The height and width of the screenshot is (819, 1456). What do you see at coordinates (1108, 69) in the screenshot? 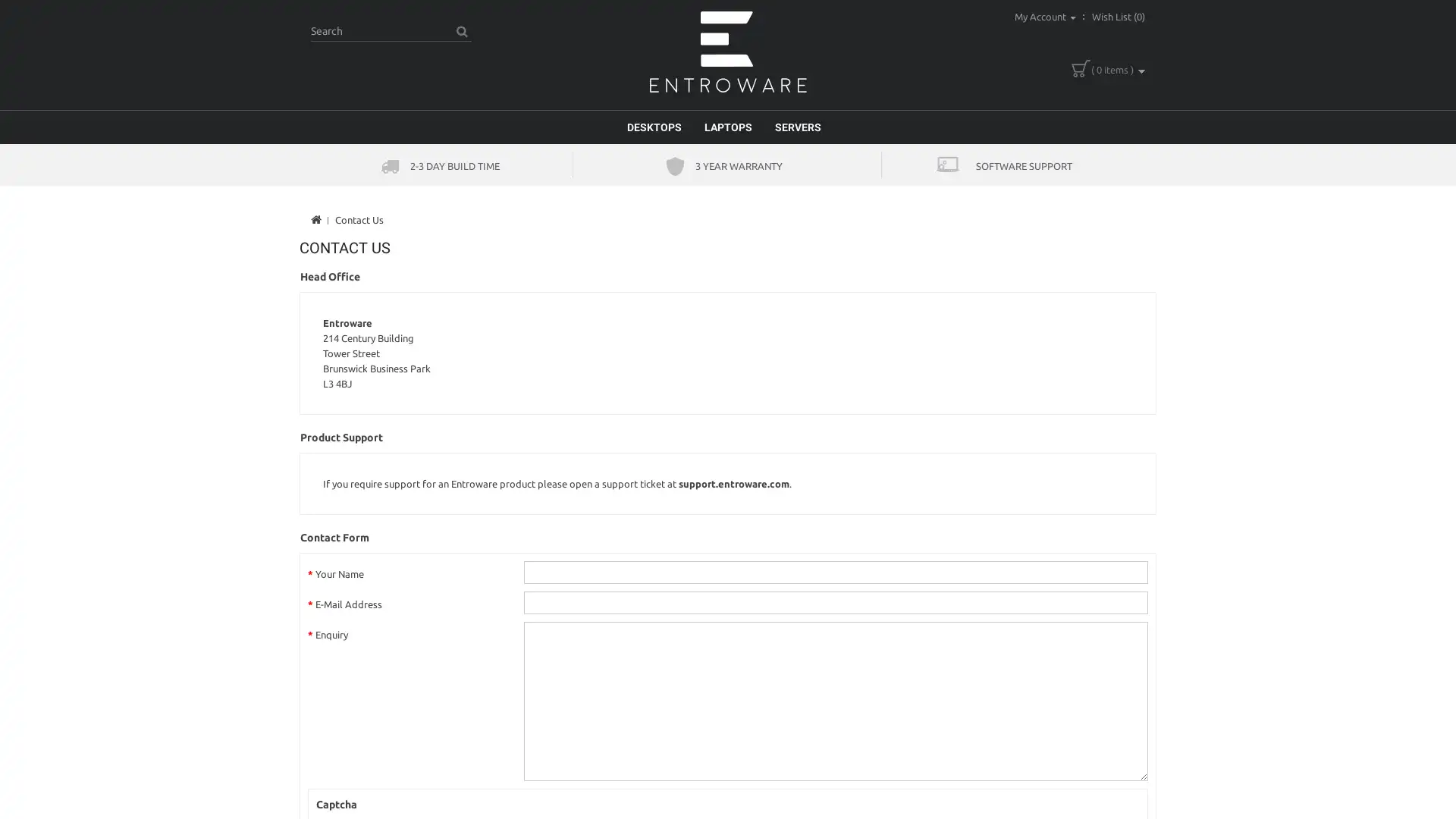
I see `( 0 items )` at bounding box center [1108, 69].